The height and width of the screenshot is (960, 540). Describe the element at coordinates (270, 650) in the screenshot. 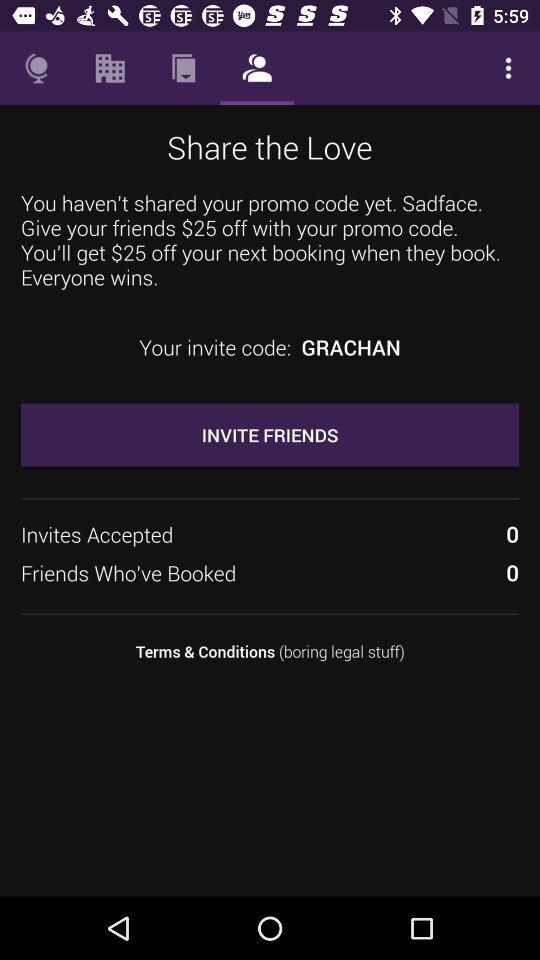

I see `terms conditions boring` at that location.